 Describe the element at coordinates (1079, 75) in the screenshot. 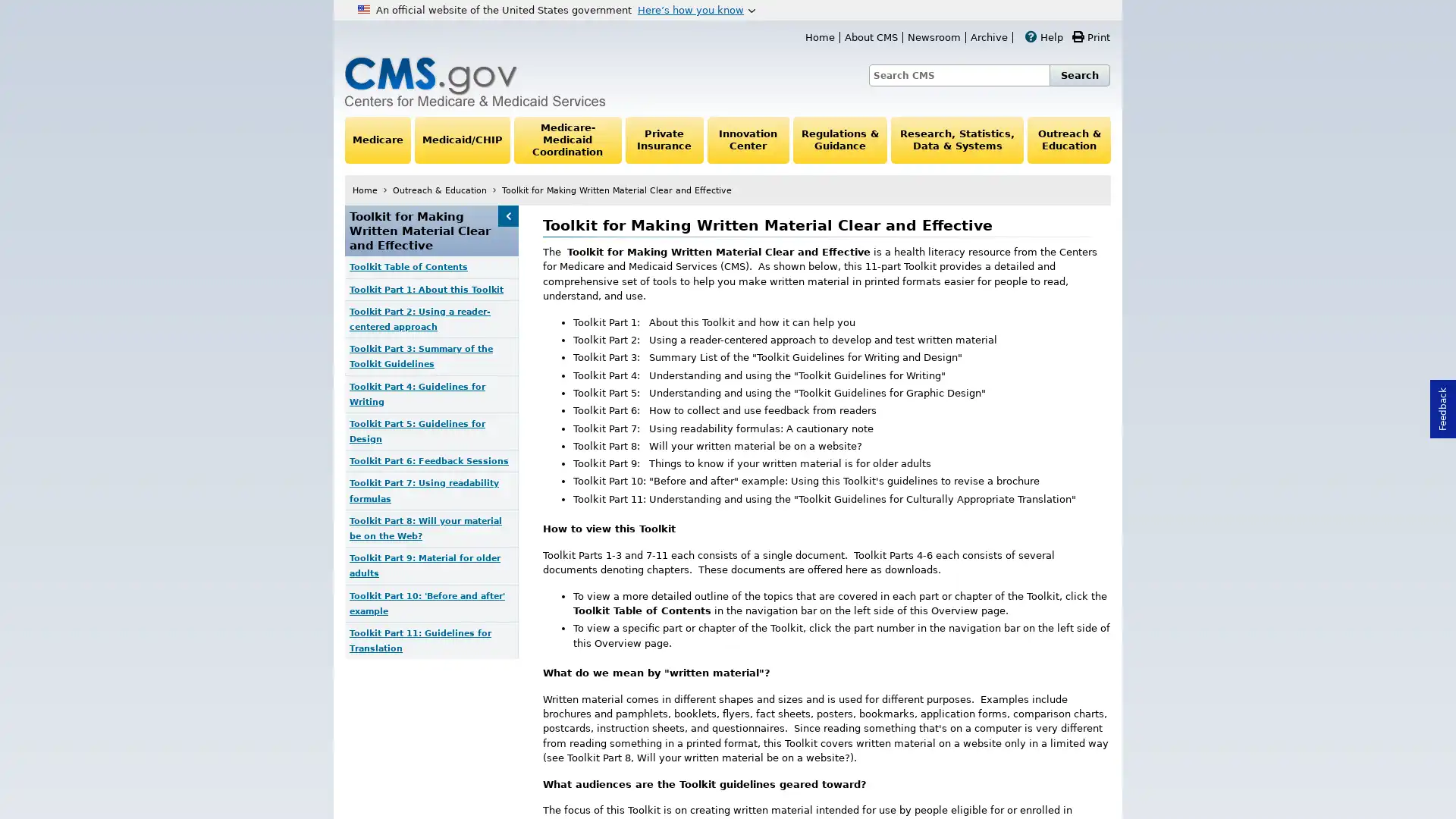

I see `Search` at that location.